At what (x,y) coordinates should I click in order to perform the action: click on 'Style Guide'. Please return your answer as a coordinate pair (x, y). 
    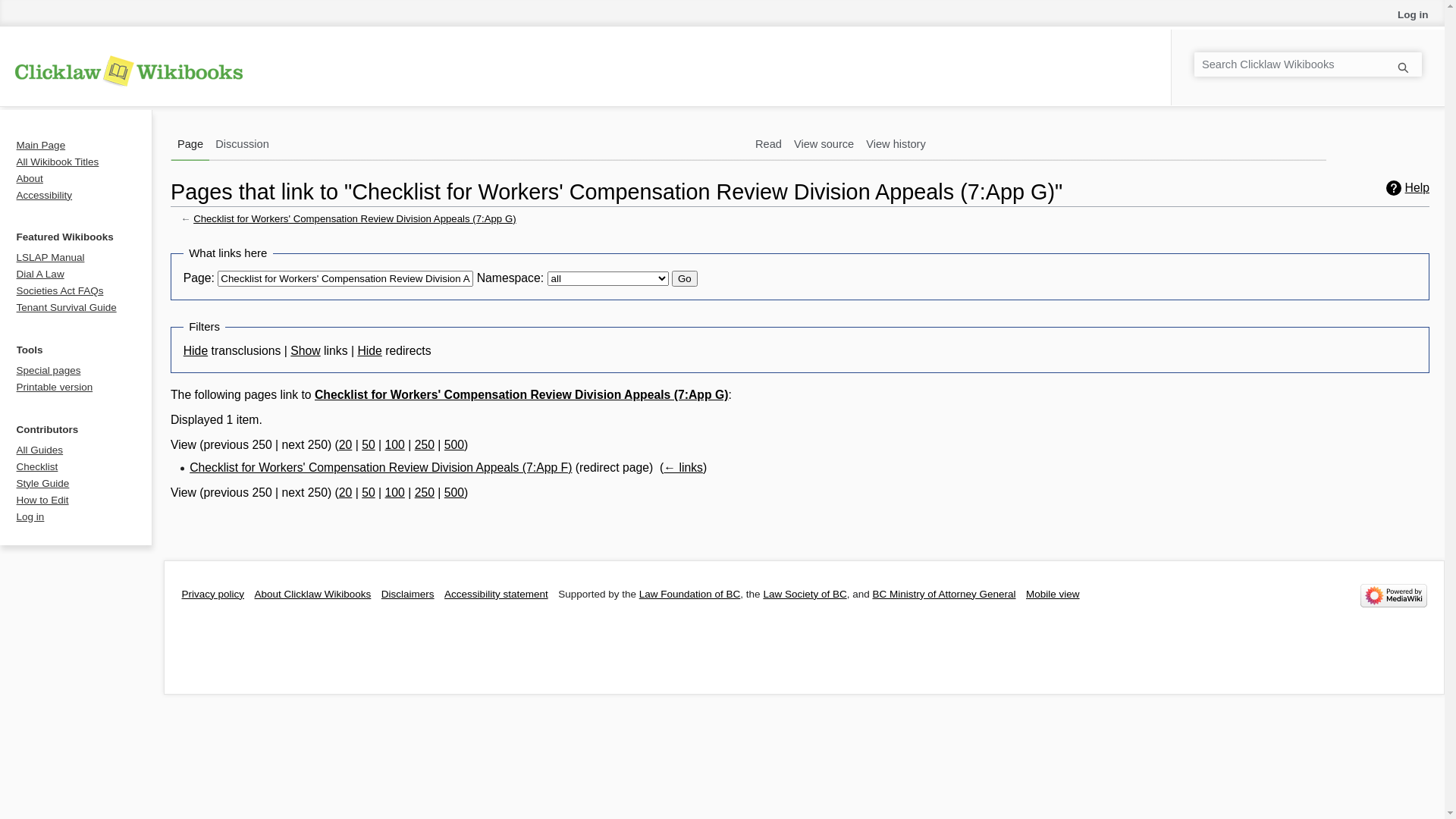
    Looking at the image, I should click on (43, 483).